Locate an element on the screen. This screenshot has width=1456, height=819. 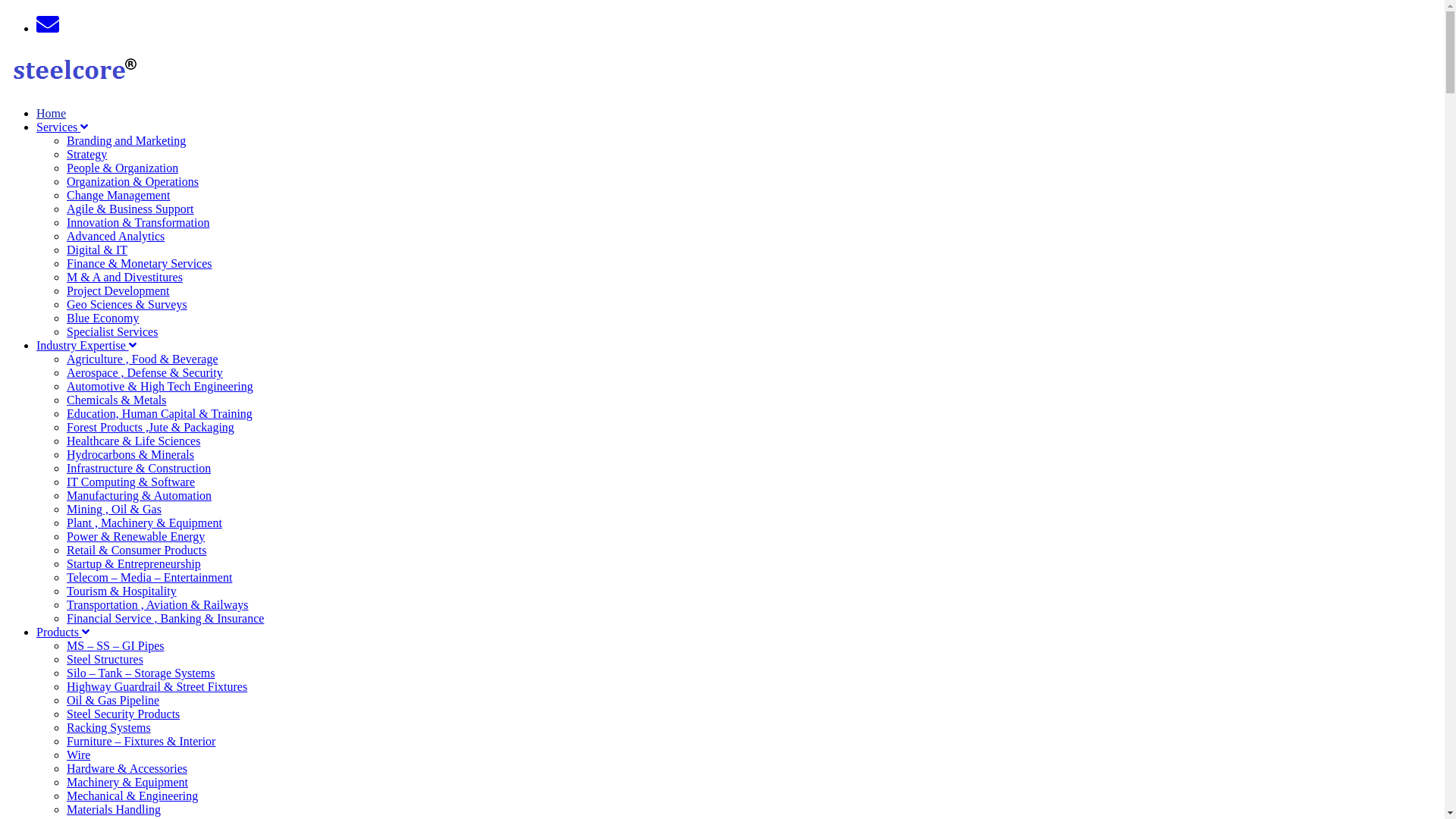
'Hardware & Accessories' is located at coordinates (127, 768).